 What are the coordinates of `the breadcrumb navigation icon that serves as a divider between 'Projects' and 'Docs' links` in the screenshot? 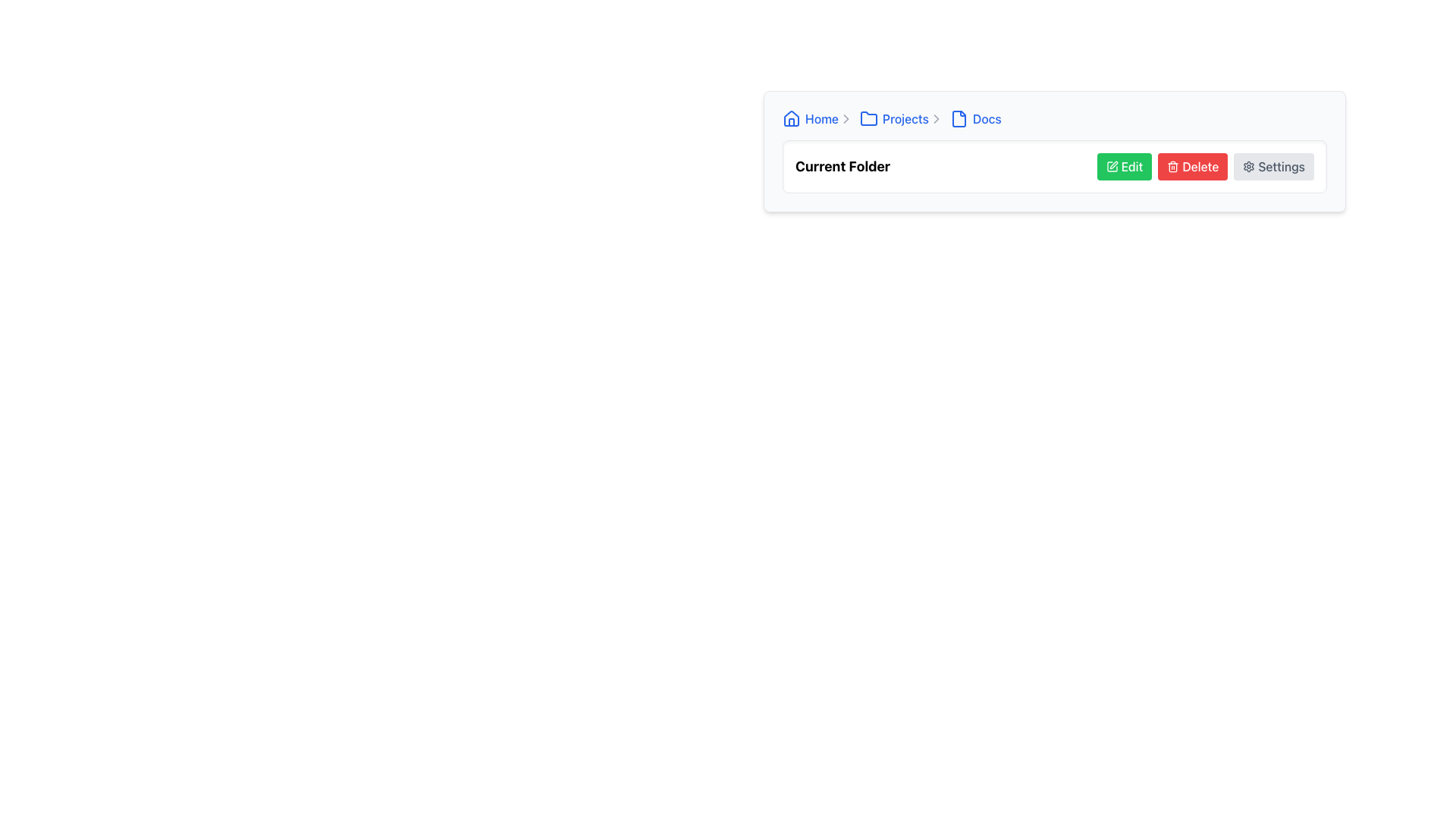 It's located at (846, 118).